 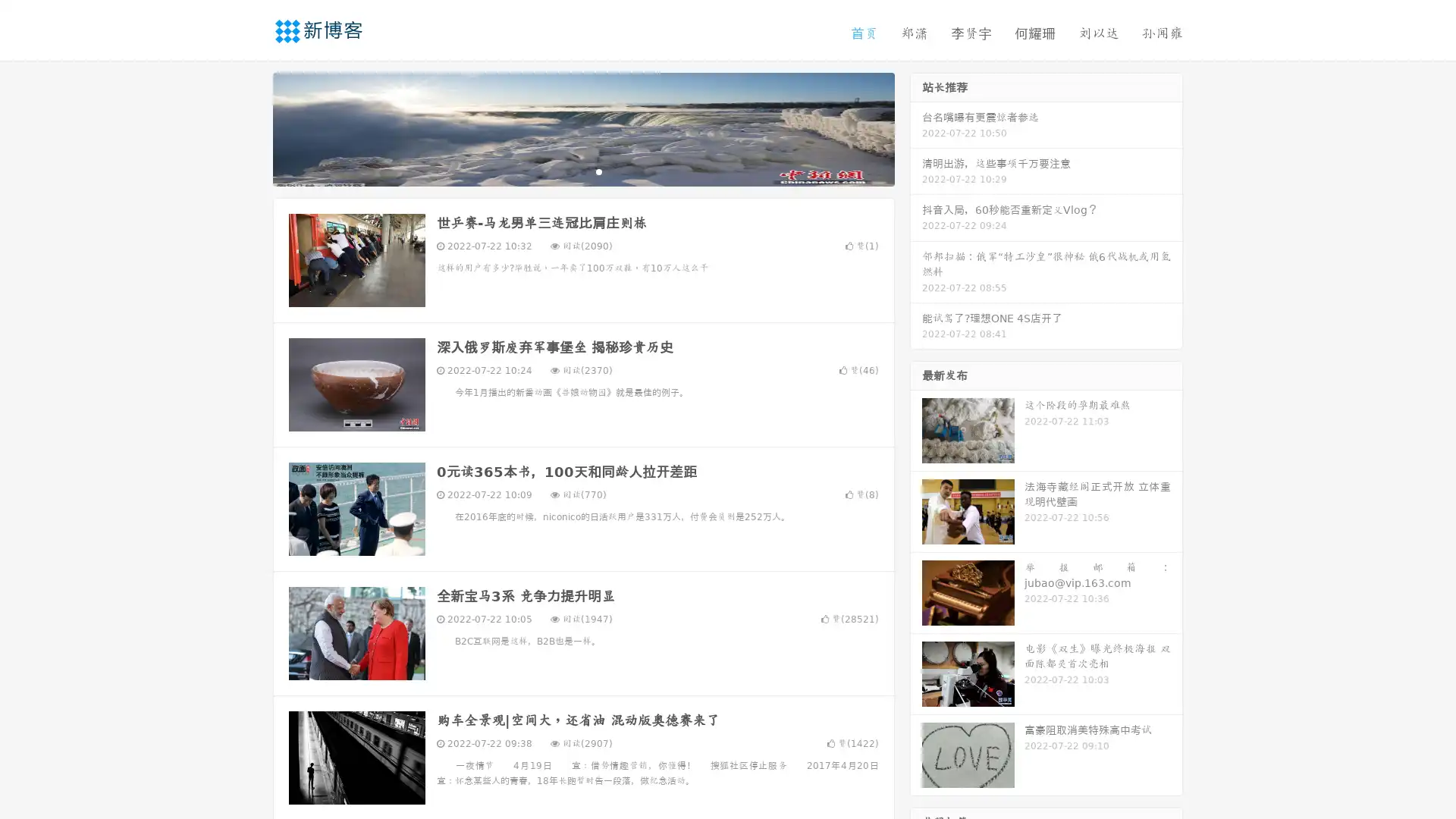 I want to click on Previous slide, so click(x=250, y=127).